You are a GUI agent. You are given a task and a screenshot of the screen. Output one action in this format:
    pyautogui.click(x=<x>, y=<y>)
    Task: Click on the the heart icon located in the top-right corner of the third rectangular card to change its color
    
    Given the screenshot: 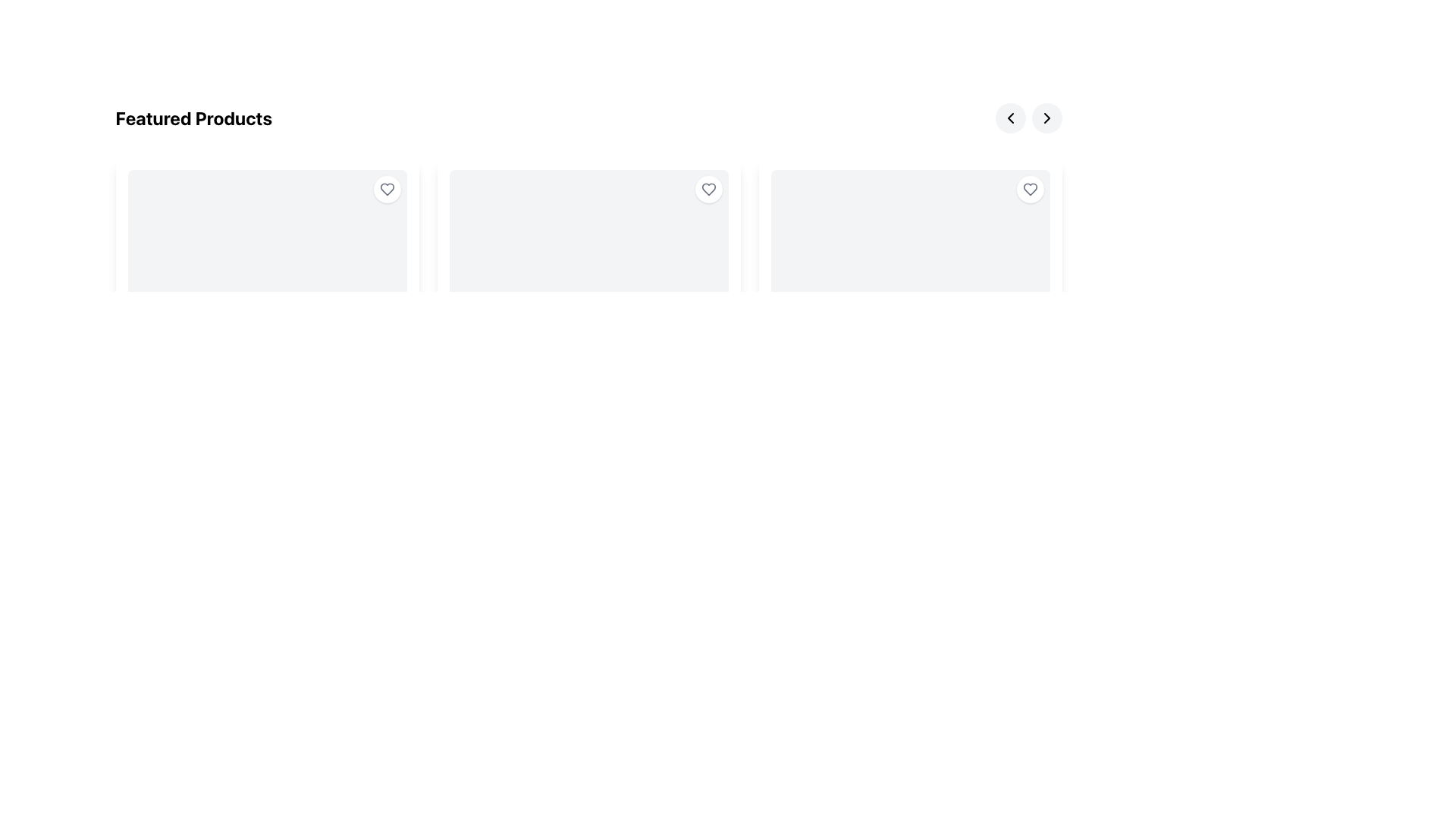 What is the action you would take?
    pyautogui.click(x=1030, y=189)
    